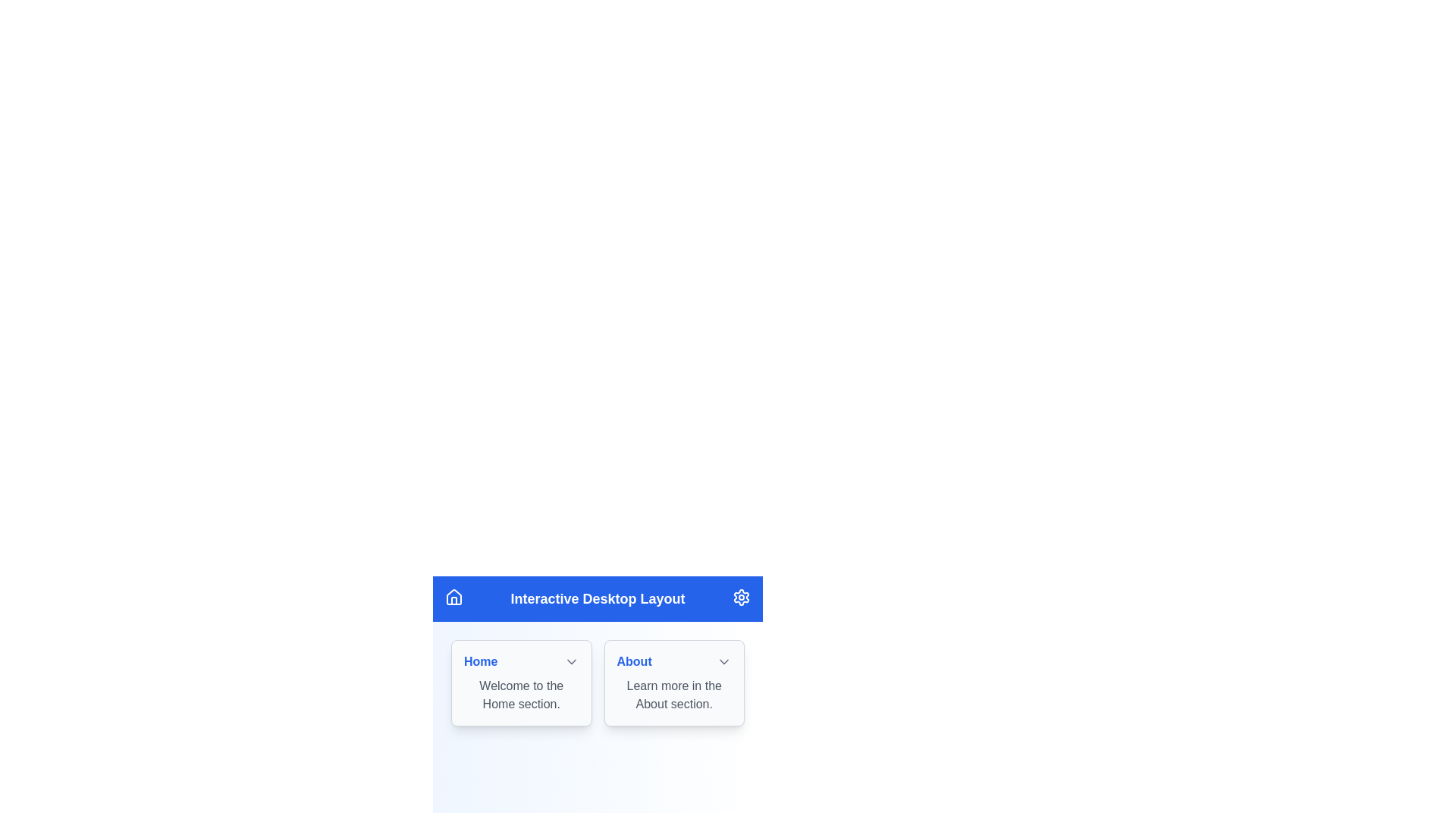 The height and width of the screenshot is (819, 1456). What do you see at coordinates (570, 661) in the screenshot?
I see `the Chevron-Down icon located to the right of the 'Home' label at the top-right corner of the 'Home' card` at bounding box center [570, 661].